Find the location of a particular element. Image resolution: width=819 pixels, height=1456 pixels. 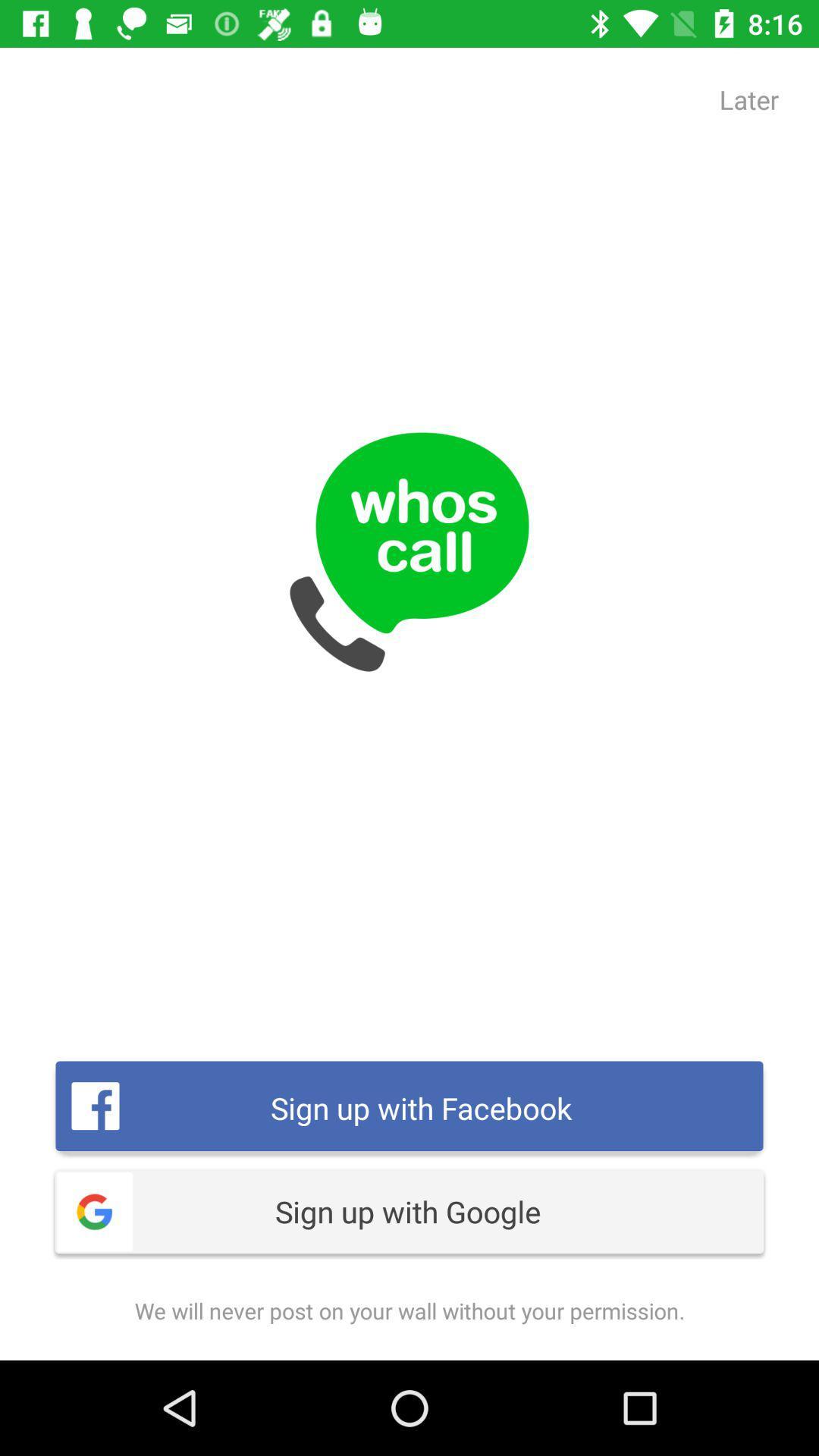

item above the sign up with item is located at coordinates (748, 99).